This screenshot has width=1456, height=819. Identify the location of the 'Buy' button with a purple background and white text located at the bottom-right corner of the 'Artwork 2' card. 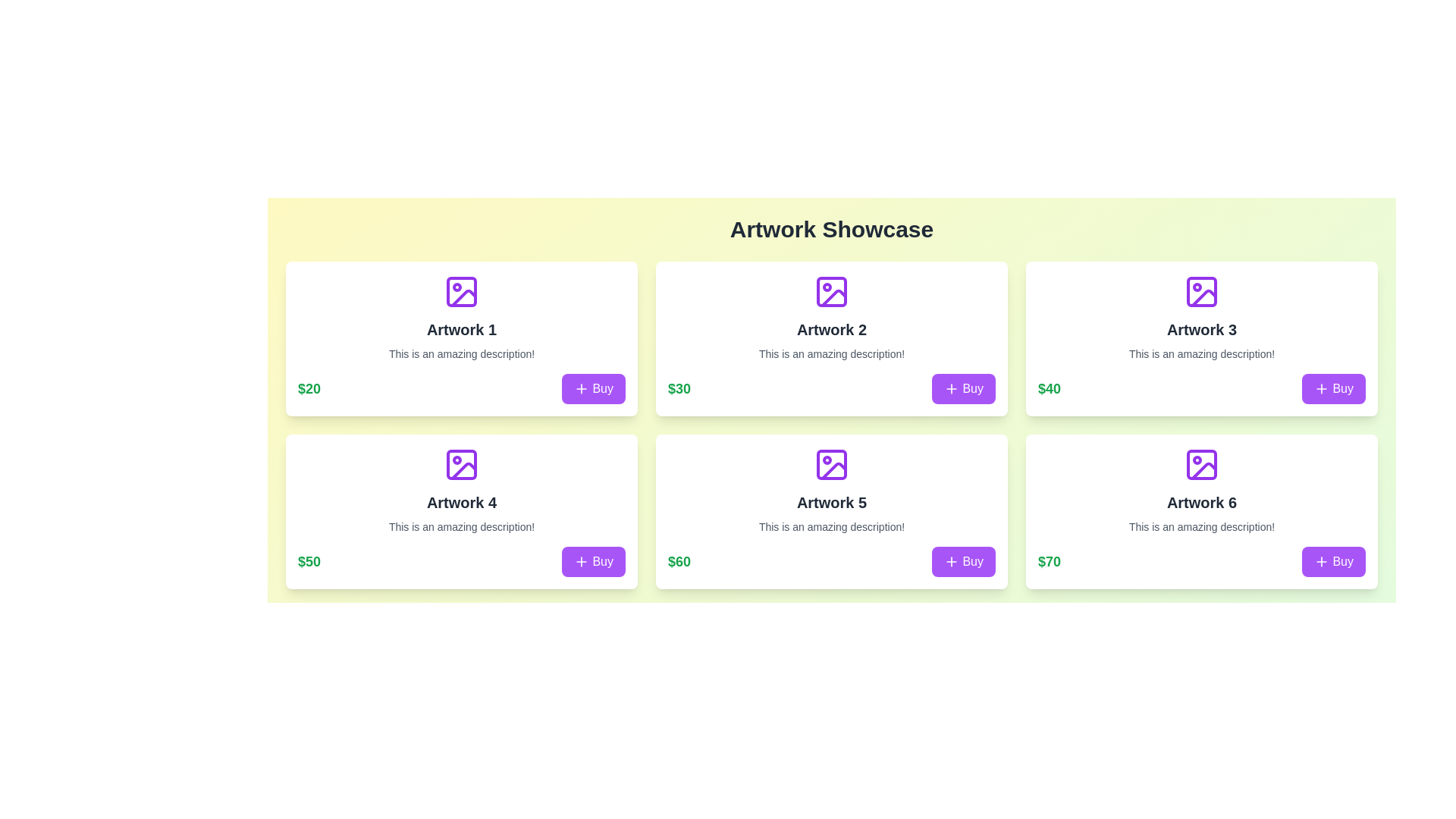
(963, 388).